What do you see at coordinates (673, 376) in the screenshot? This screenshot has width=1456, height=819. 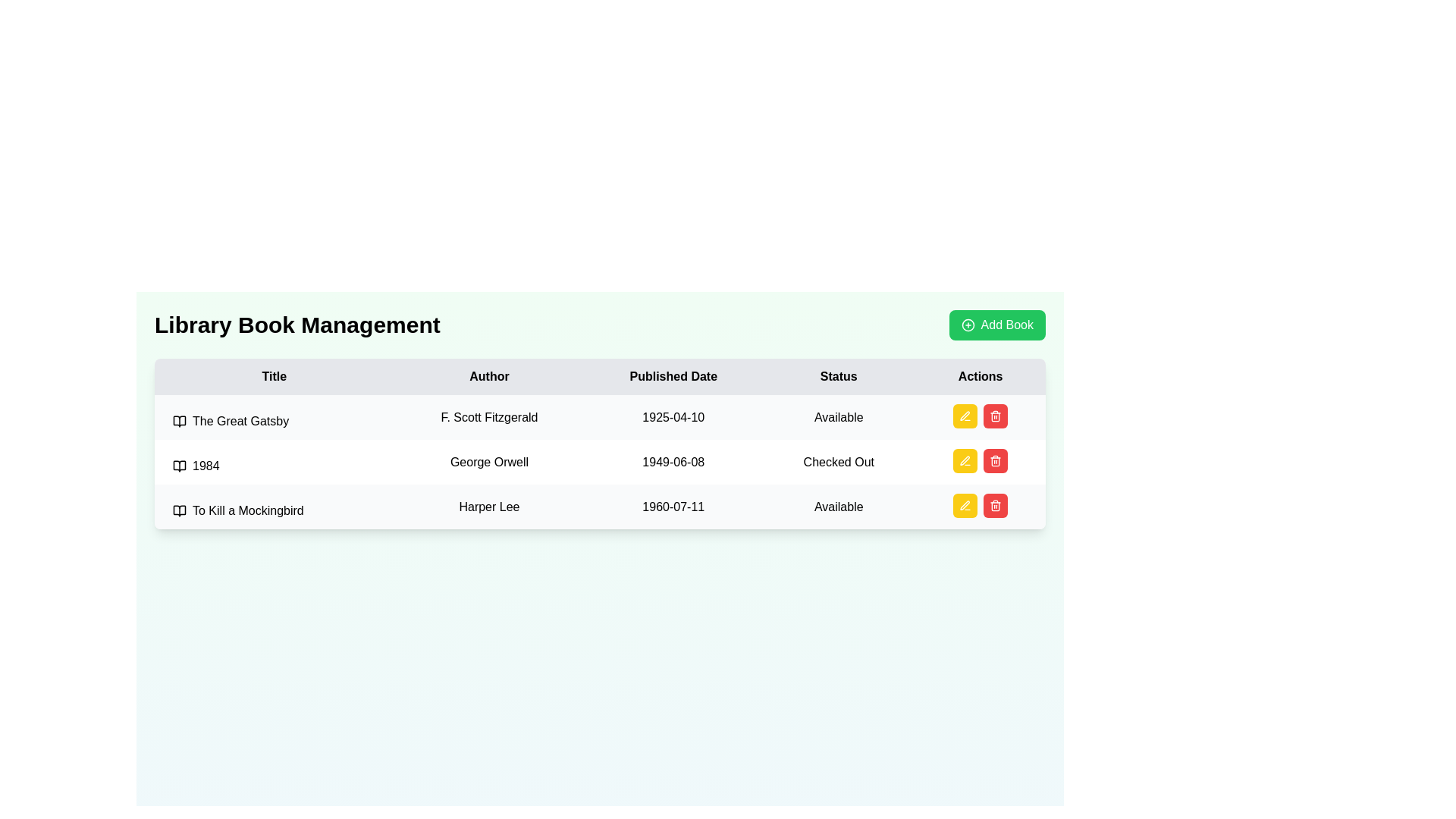 I see `the 'Published Date' column header which is the third column in the table layout, providing context for publication dates of books listed below` at bounding box center [673, 376].